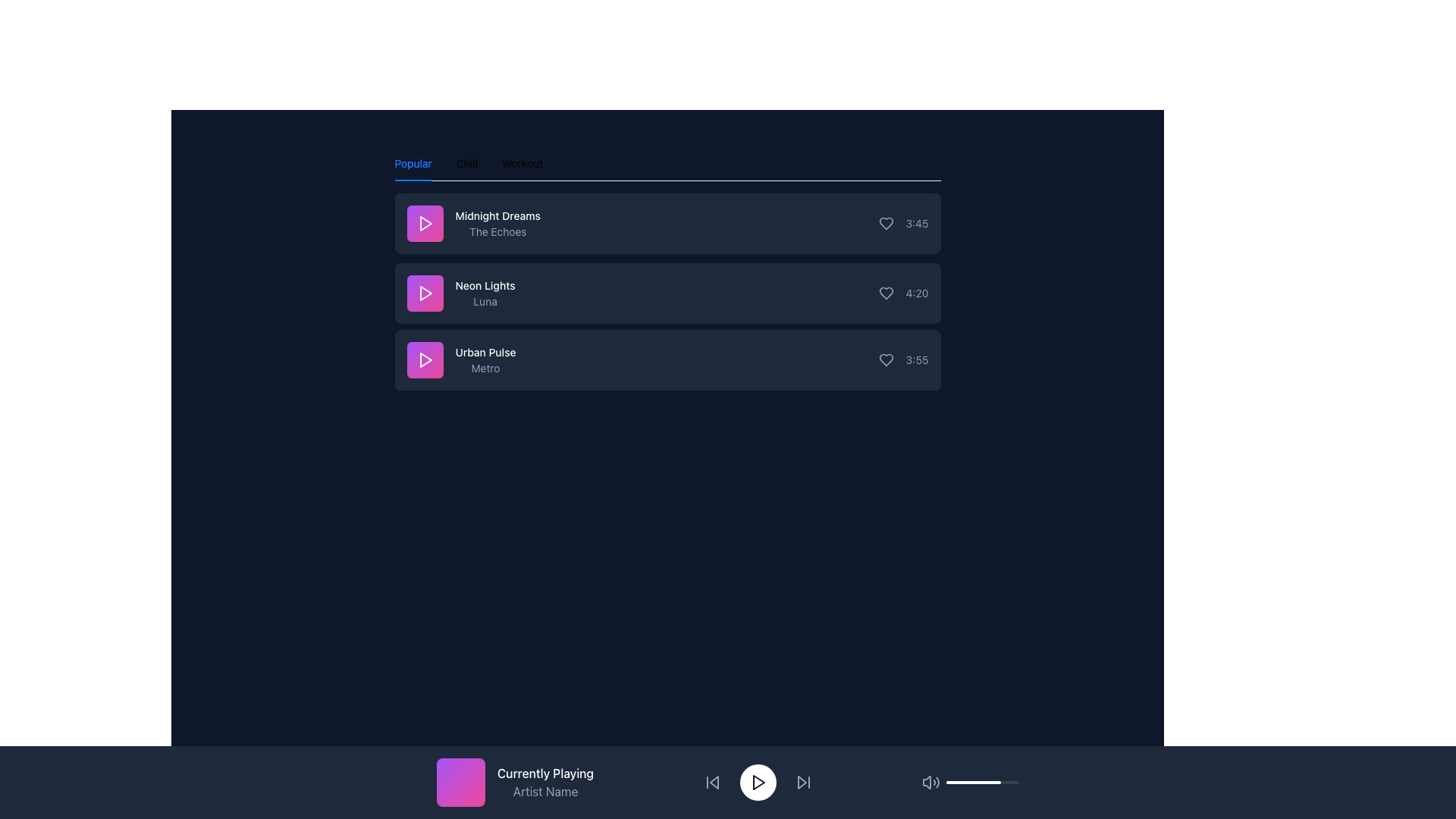 This screenshot has height=819, width=1456. Describe the element at coordinates (425, 223) in the screenshot. I see `the play button icon located at the top-left corner of the item tile for the song 'Midnight Dreams' in the 'Popular' section` at that location.